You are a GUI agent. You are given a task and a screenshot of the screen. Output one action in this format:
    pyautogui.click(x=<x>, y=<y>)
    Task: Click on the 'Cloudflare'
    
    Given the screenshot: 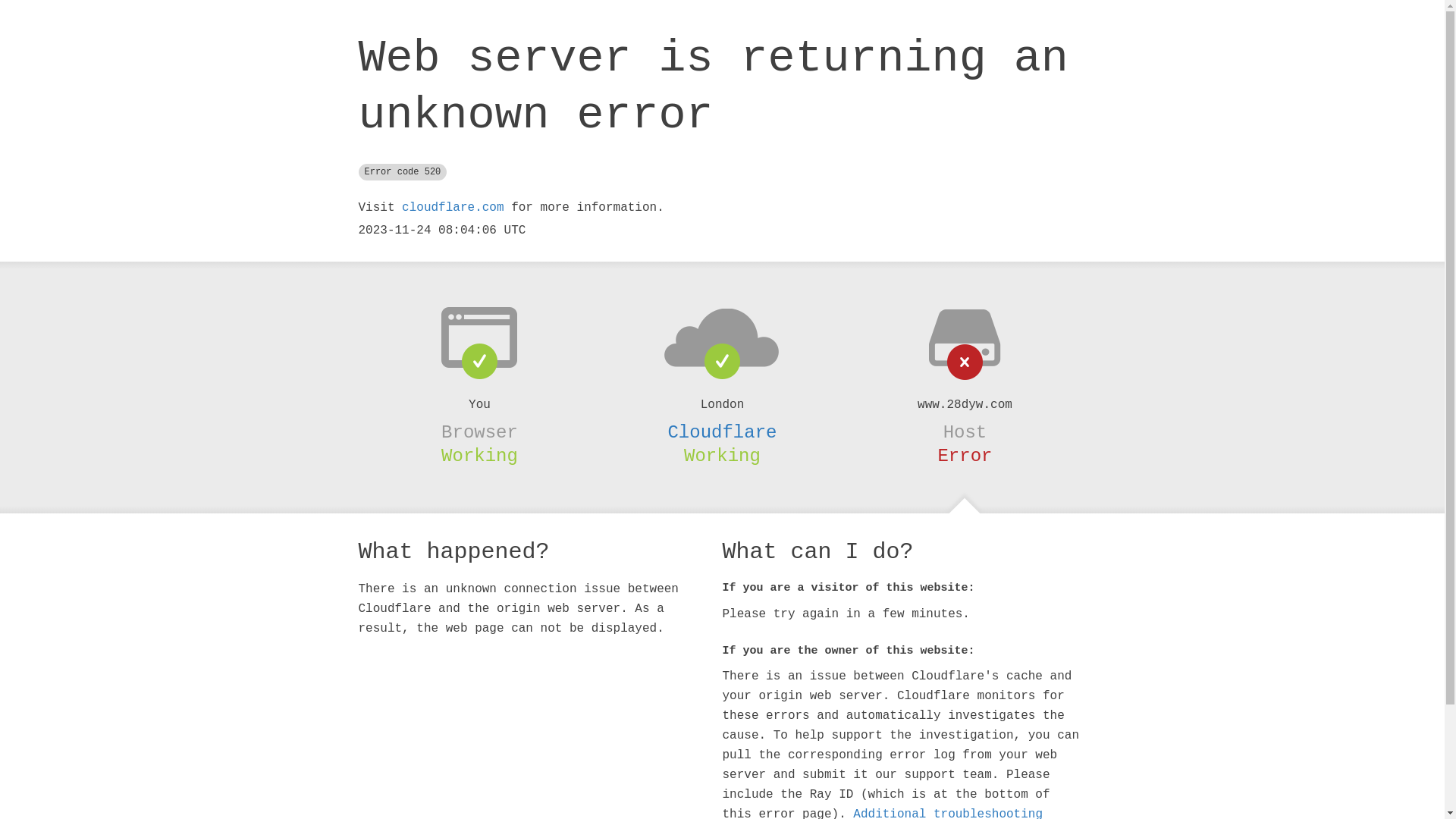 What is the action you would take?
    pyautogui.click(x=667, y=432)
    